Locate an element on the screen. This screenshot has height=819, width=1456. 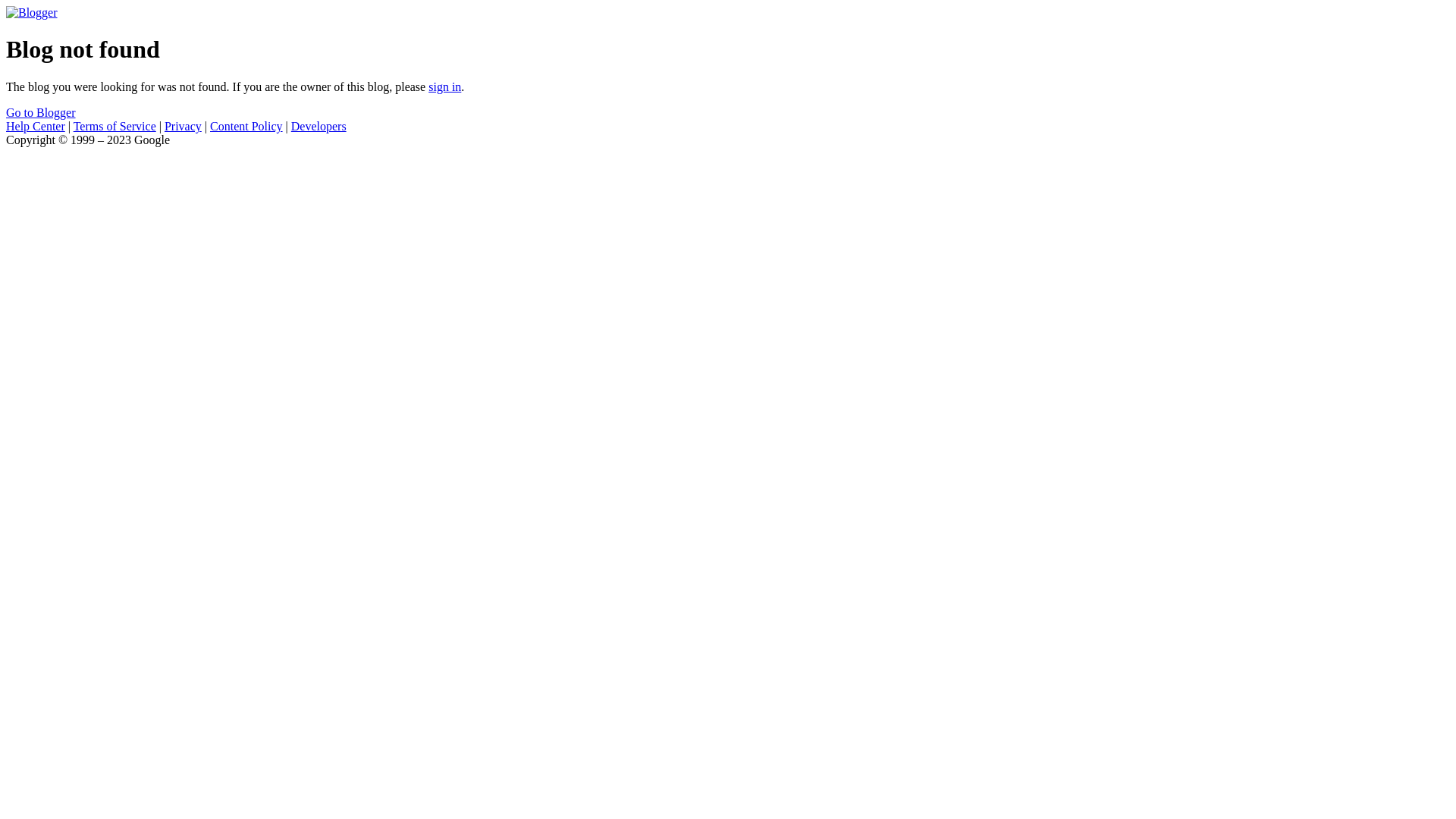
'sign in' is located at coordinates (444, 86).